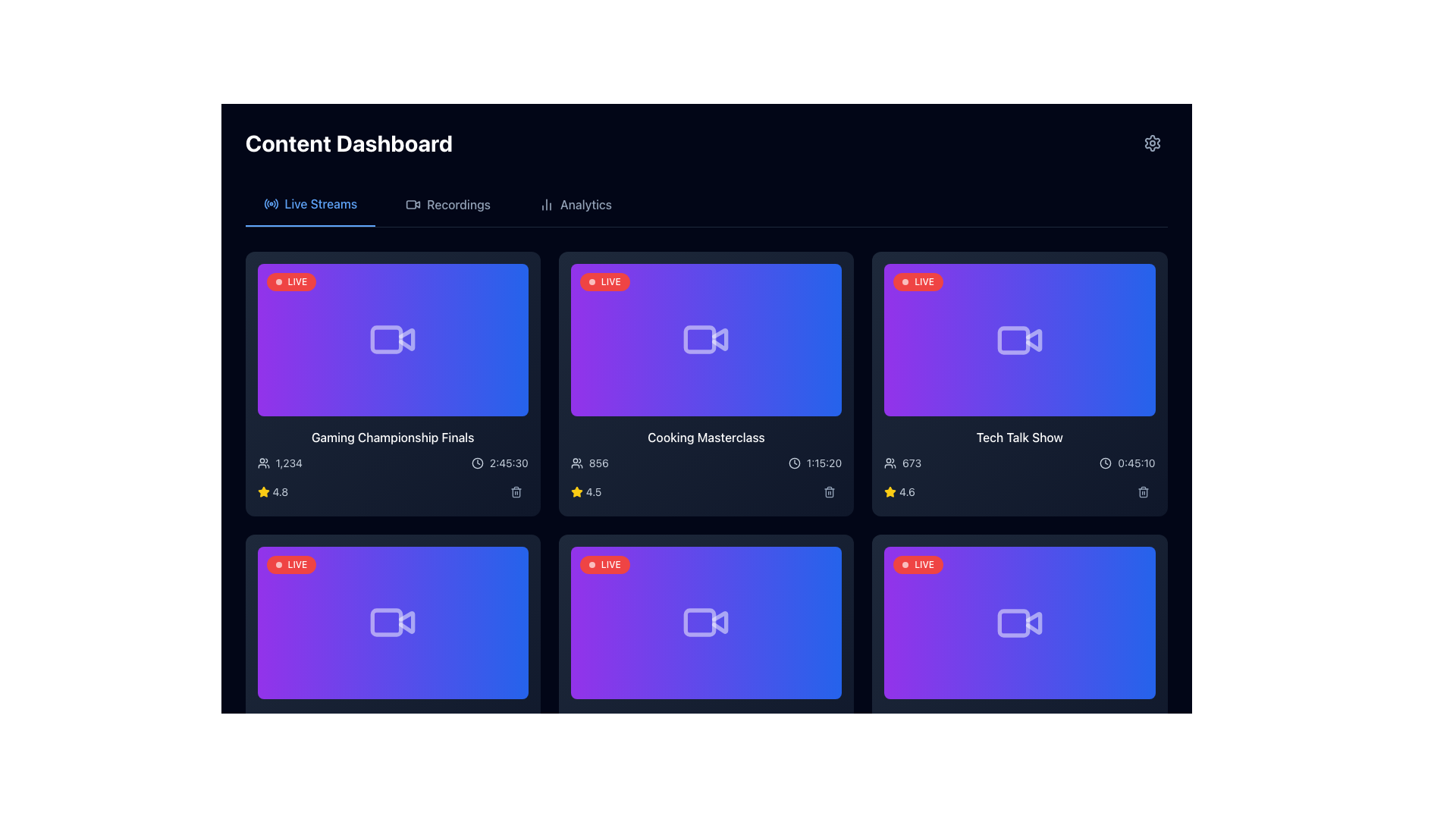 This screenshot has height=819, width=1456. Describe the element at coordinates (289, 462) in the screenshot. I see `the Text Display showing '1,234' that is styled in light font against a dark background, located in the first card in the top left corner, next to a user icon` at that location.